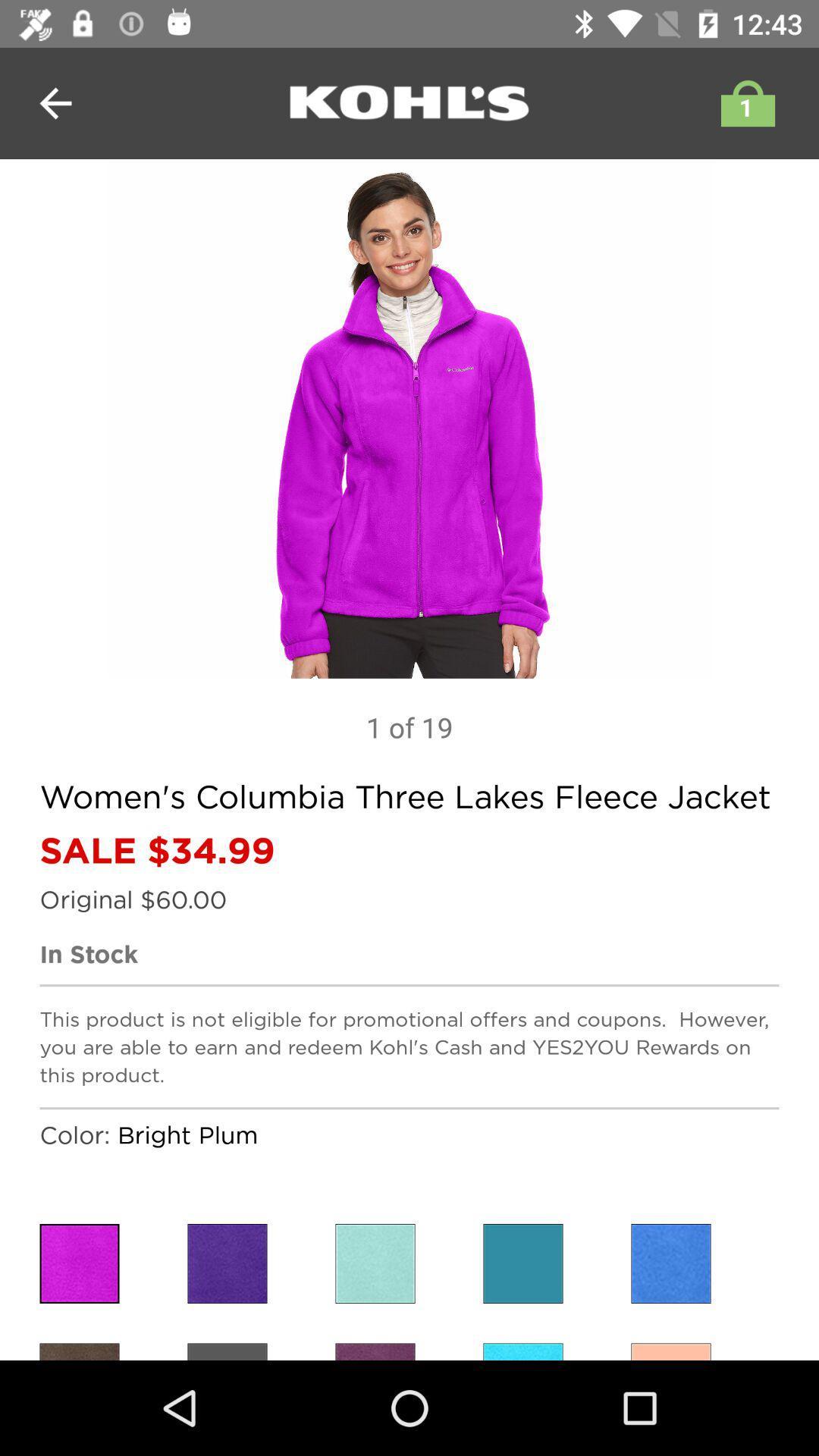 This screenshot has width=819, height=1456. What do you see at coordinates (79, 1351) in the screenshot?
I see `choose brown` at bounding box center [79, 1351].